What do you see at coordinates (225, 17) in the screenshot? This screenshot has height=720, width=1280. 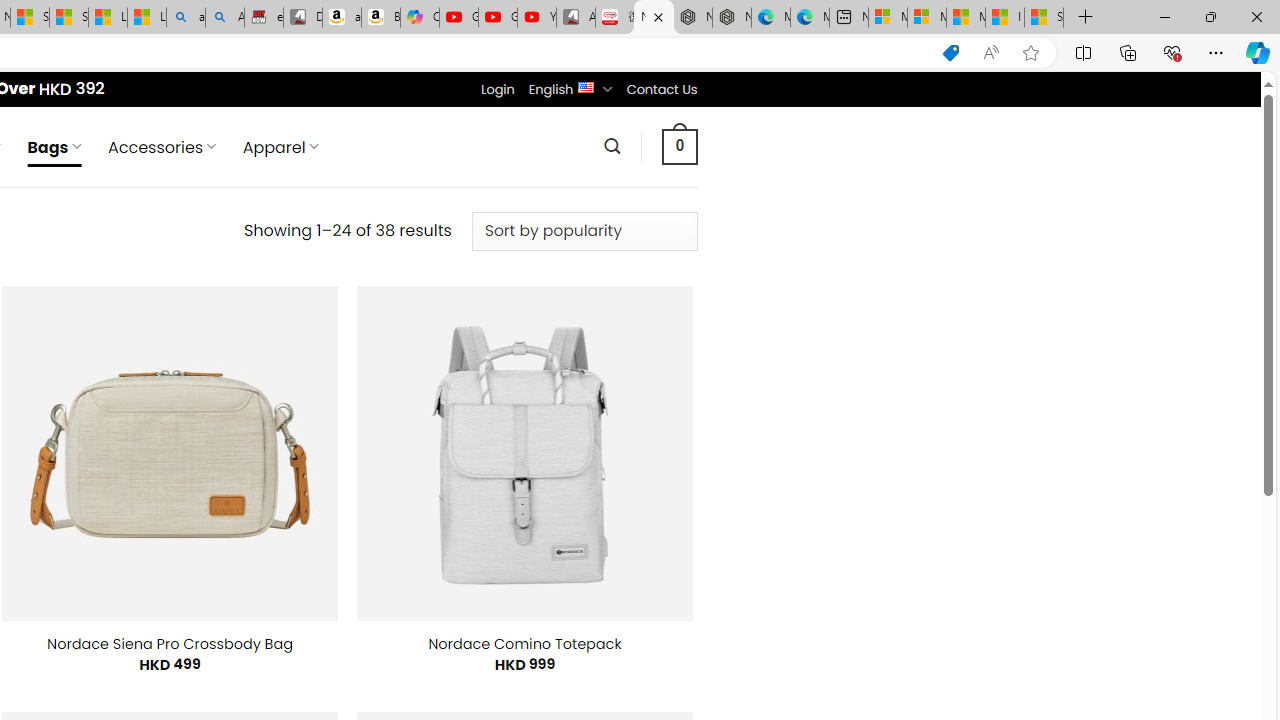 I see `'Amazon Echo Dot PNG - Search Images'` at bounding box center [225, 17].